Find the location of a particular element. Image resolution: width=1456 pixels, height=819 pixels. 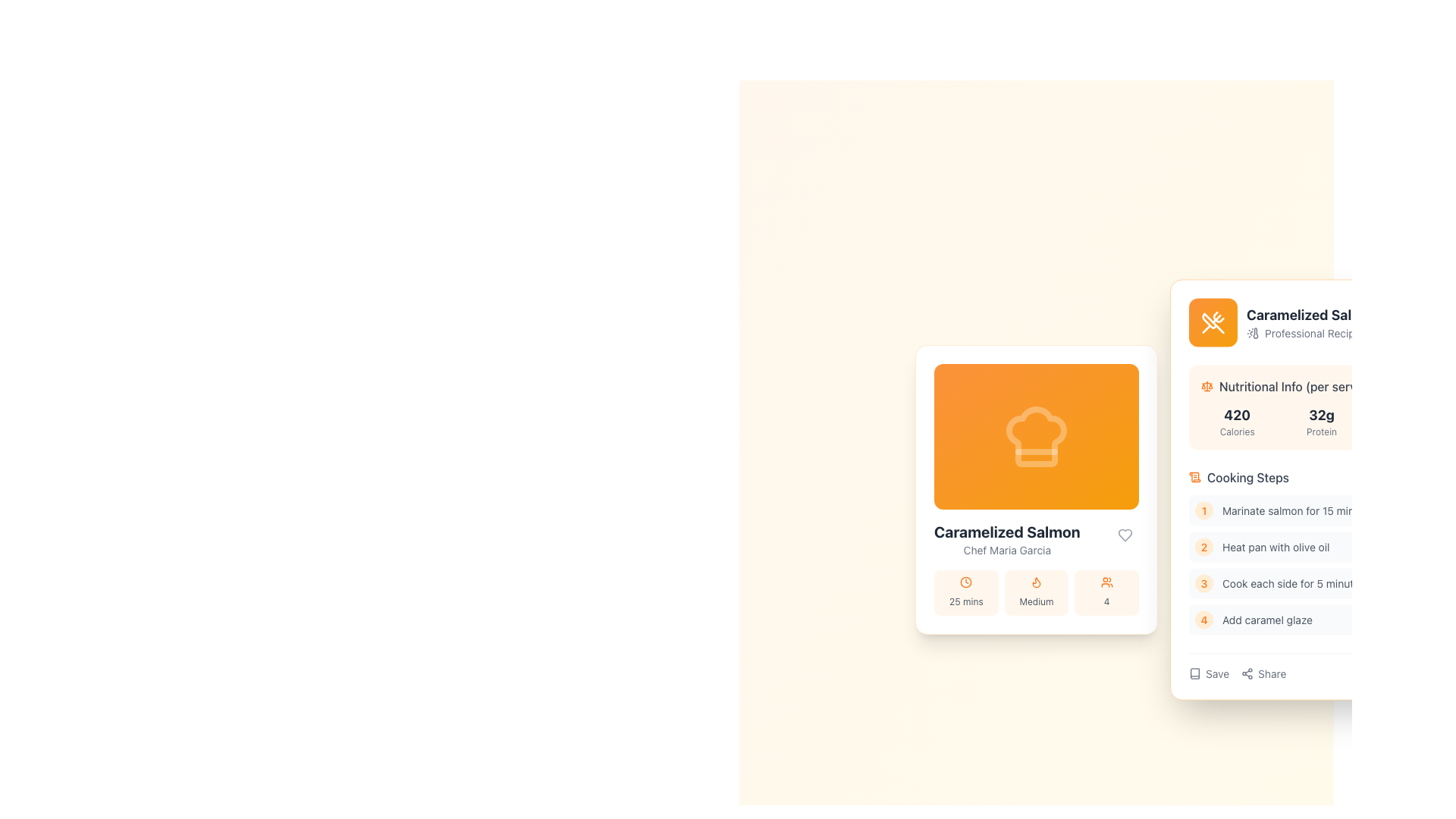

the square-shaped graphical component with a gradient orange background and a crossed fork and knife icon at the center to associate it with the displayed recipe 'Caramelized Salmon' is located at coordinates (1212, 321).